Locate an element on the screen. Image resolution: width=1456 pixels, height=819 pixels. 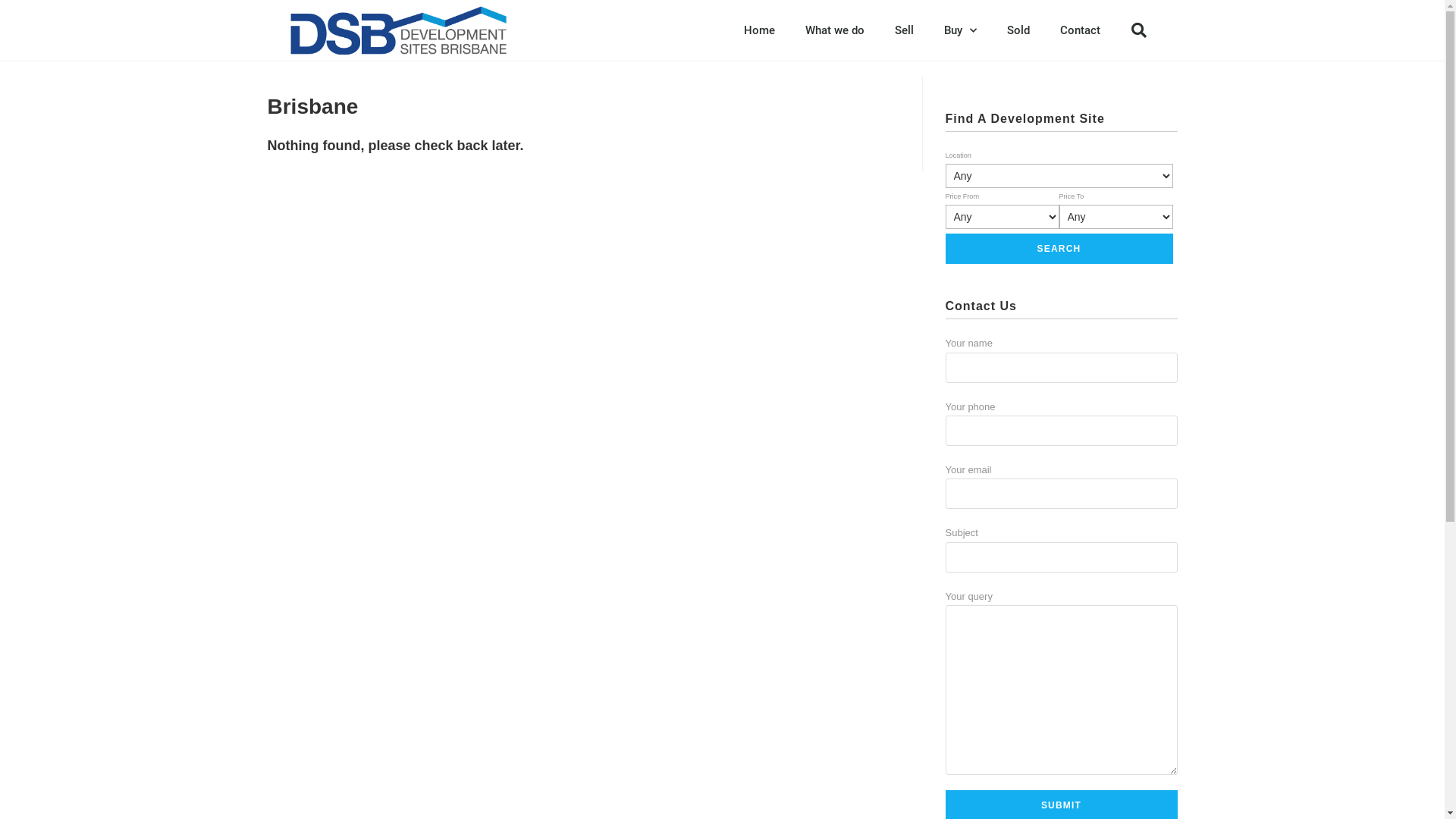
'What we do' is located at coordinates (833, 30).